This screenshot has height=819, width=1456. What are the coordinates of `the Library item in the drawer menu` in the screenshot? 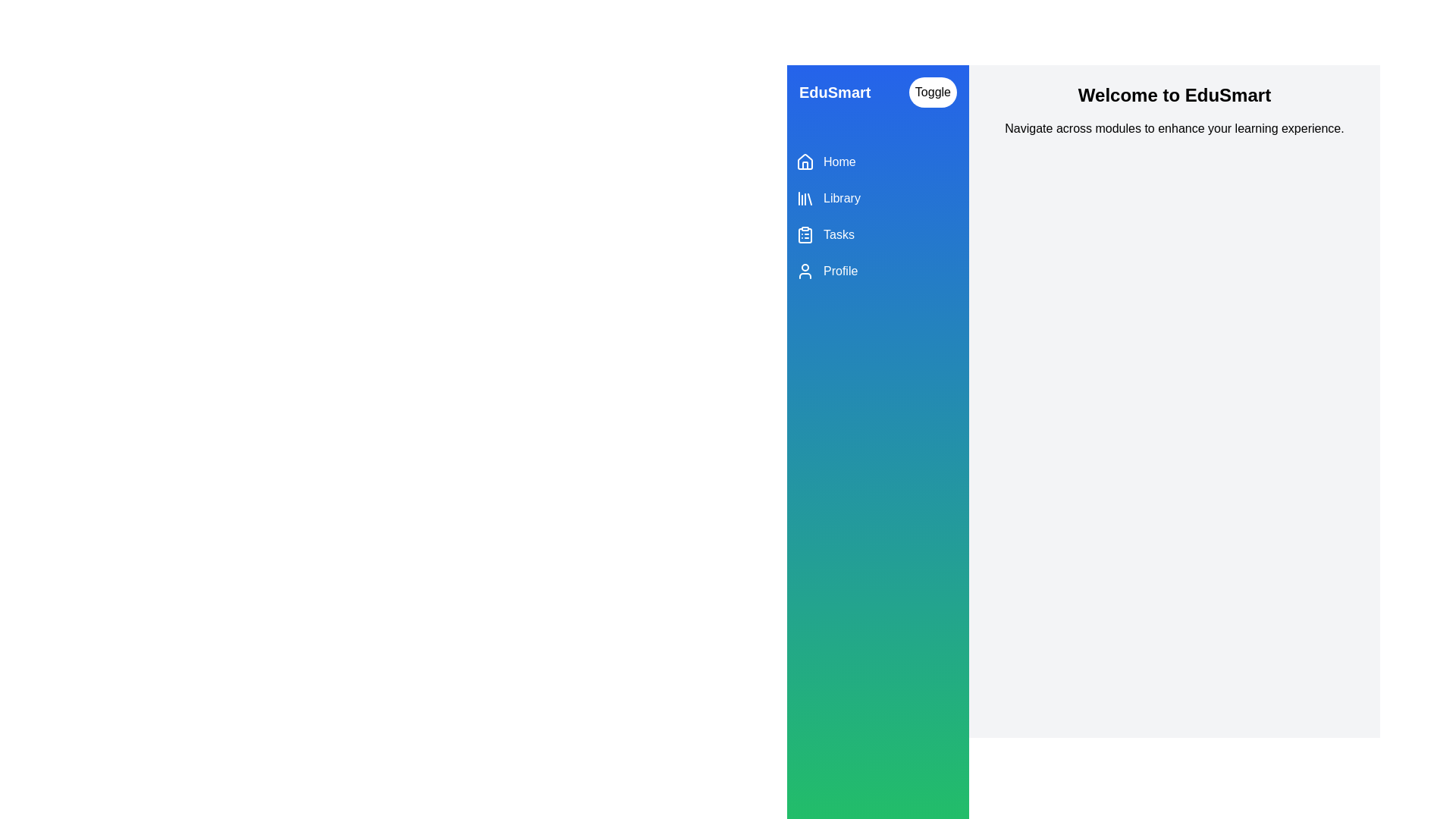 It's located at (877, 198).